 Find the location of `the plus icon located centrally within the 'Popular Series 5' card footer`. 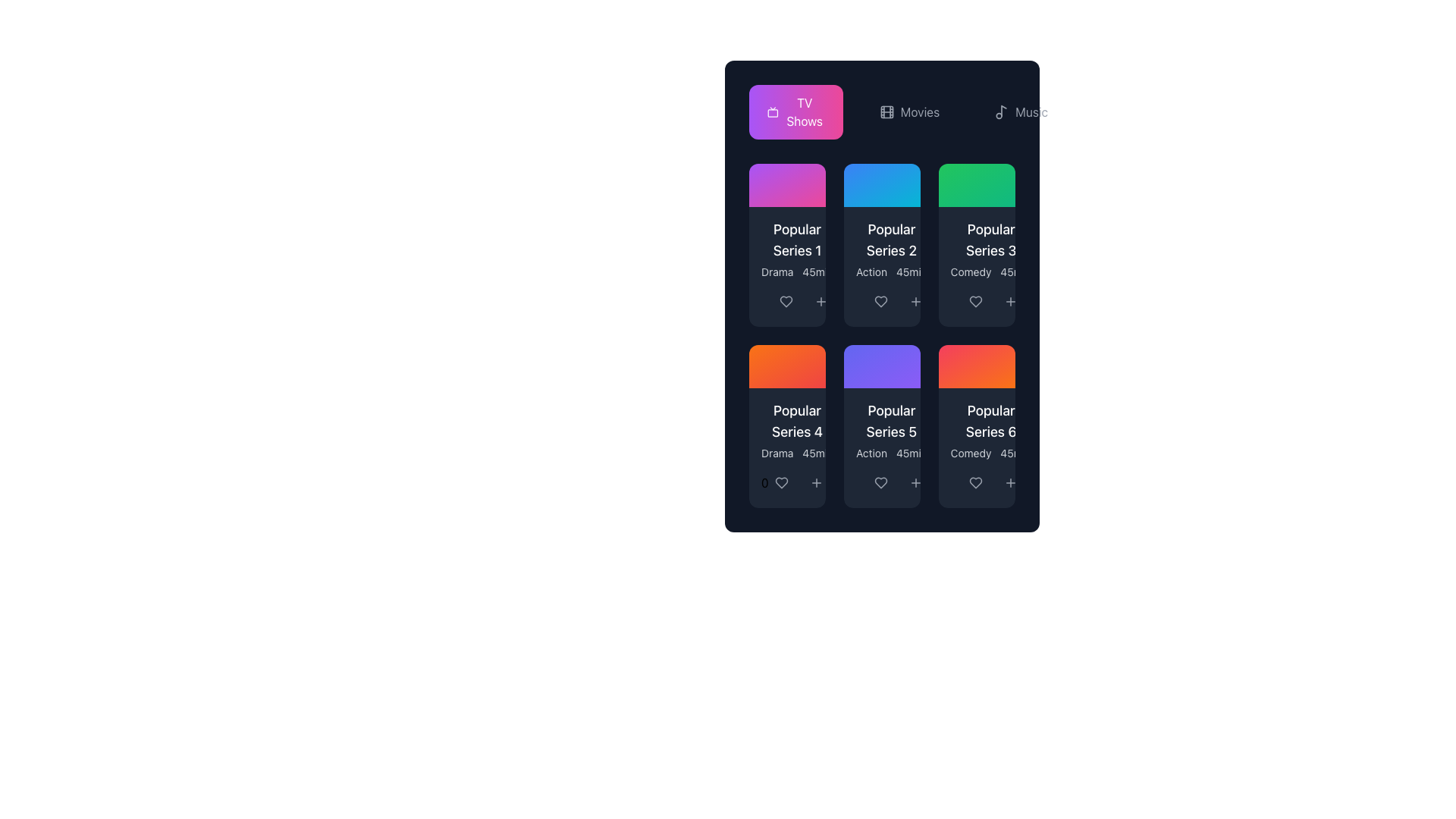

the plus icon located centrally within the 'Popular Series 5' card footer is located at coordinates (915, 482).